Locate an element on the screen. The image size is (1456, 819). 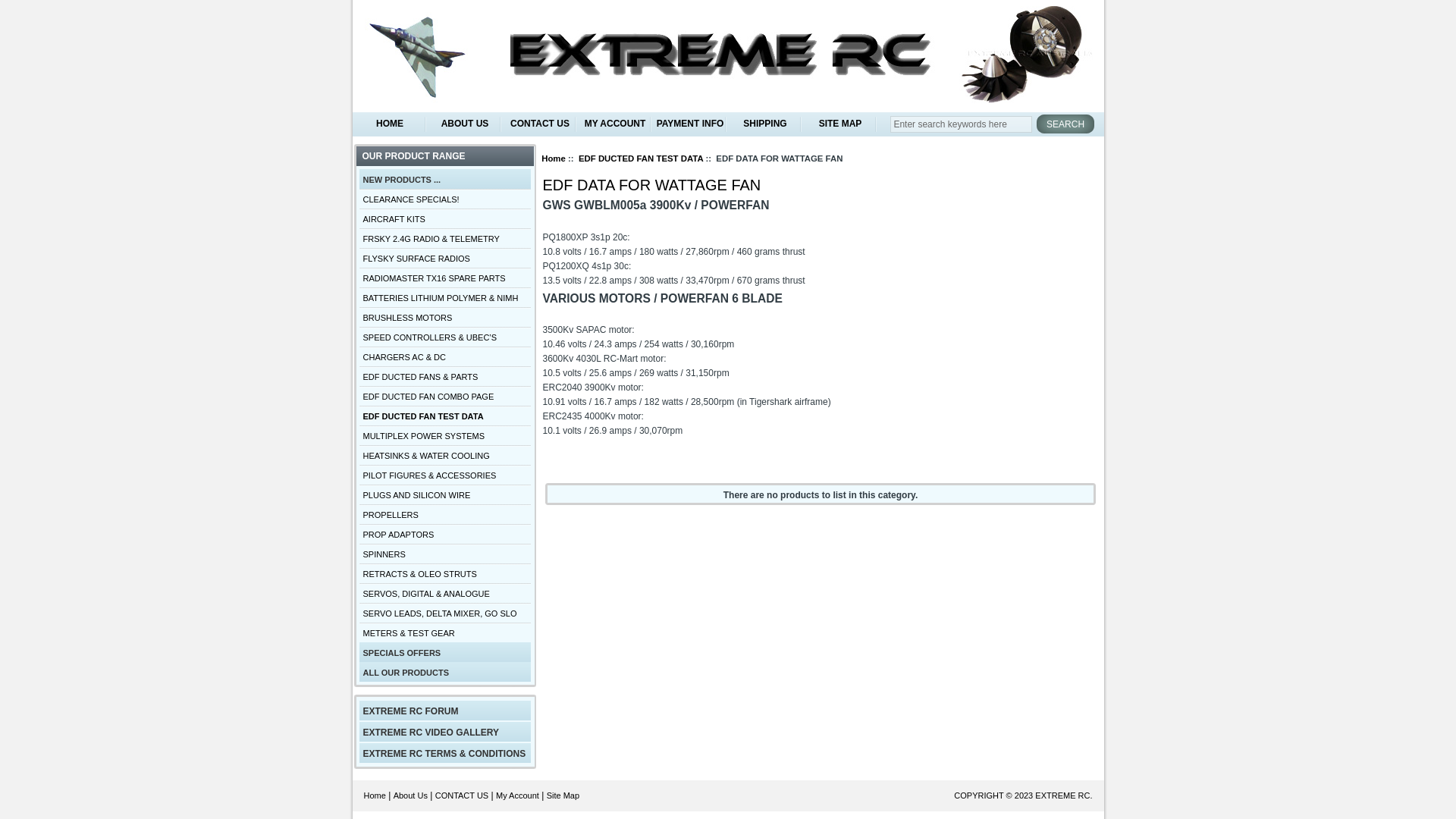
'ABOUT US' is located at coordinates (464, 123).